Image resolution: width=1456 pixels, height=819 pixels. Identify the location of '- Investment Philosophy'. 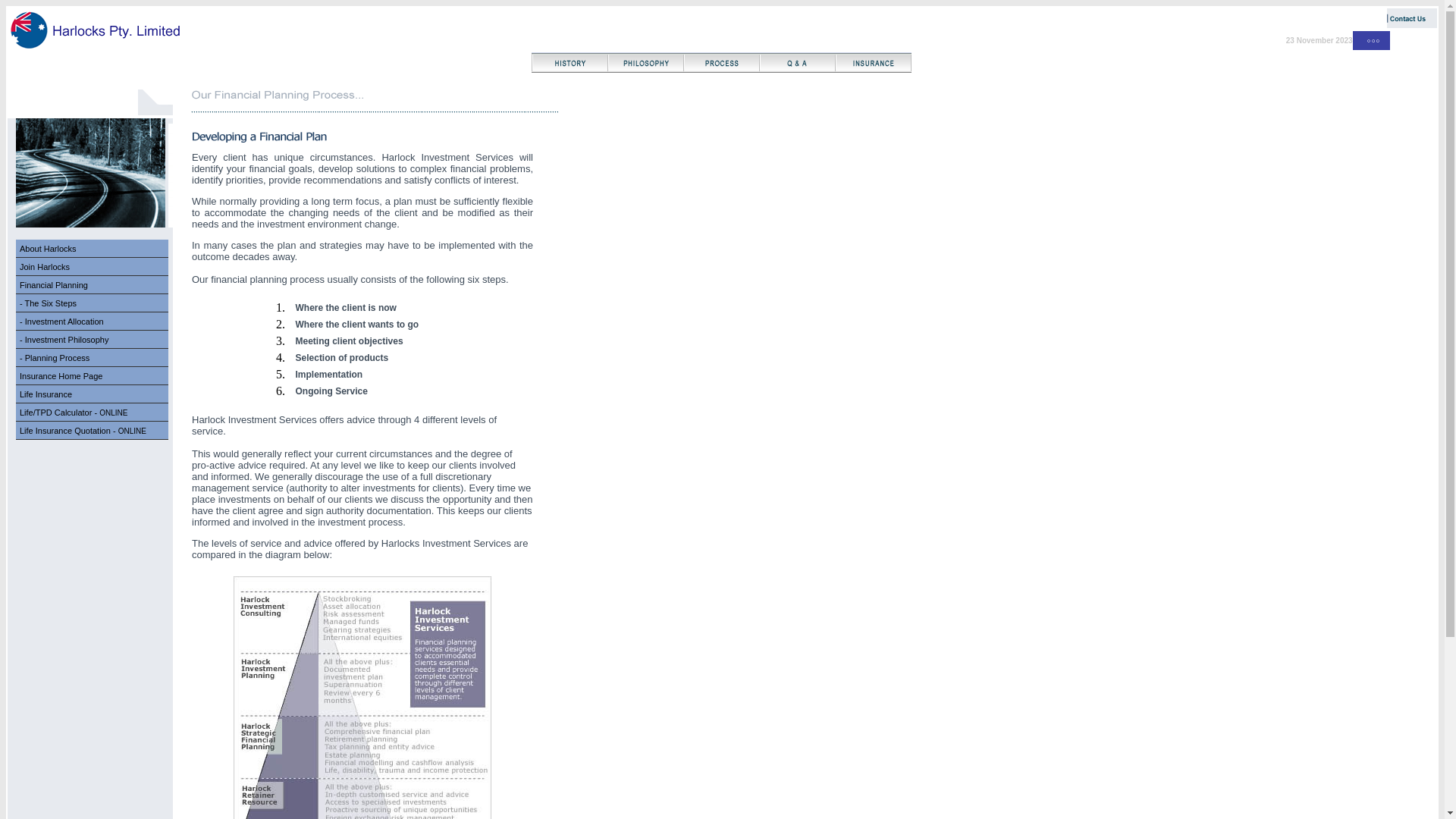
(63, 338).